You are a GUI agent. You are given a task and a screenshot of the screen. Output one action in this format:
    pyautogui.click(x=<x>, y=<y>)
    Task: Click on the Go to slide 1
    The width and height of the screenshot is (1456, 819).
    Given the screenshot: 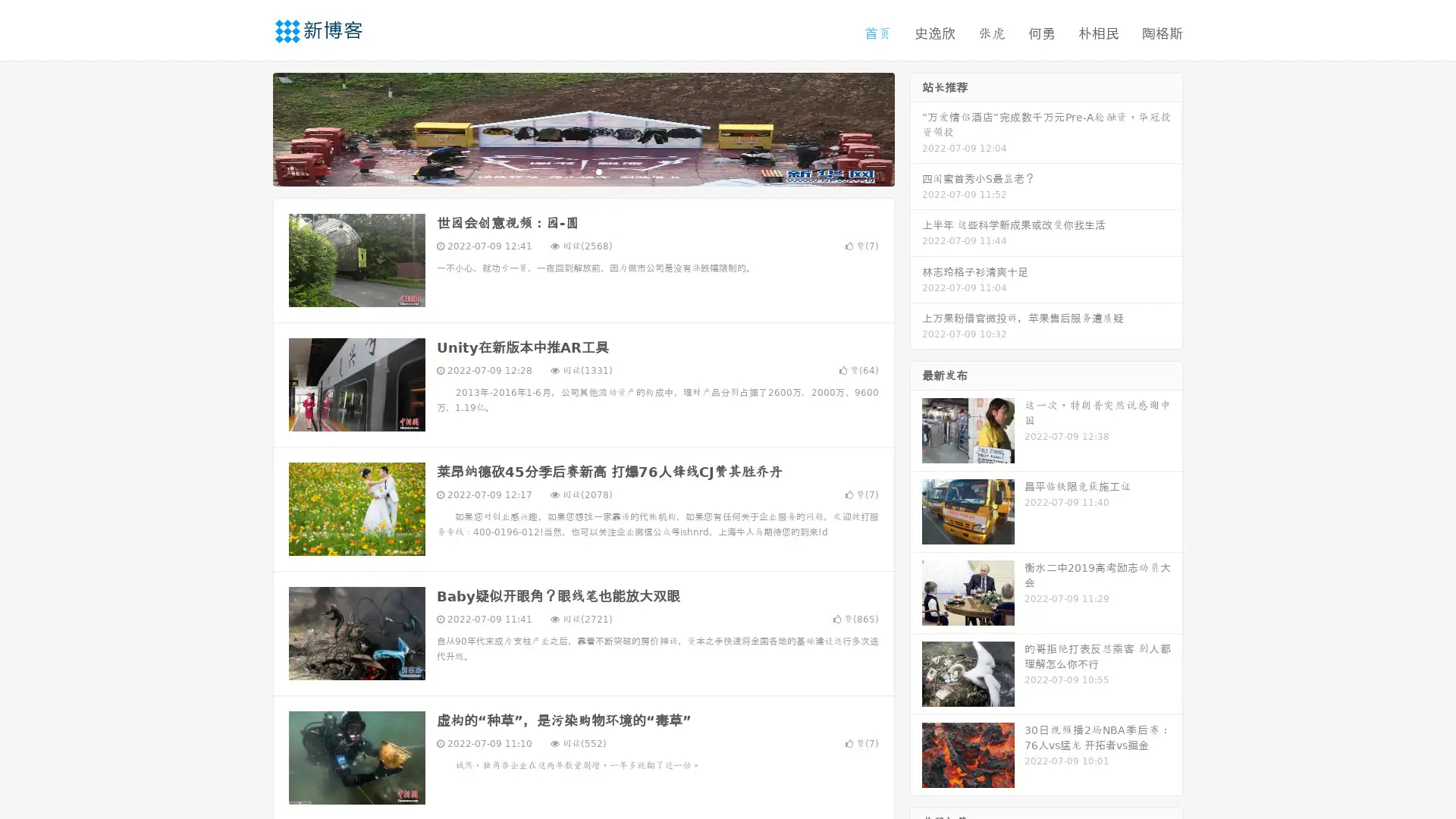 What is the action you would take?
    pyautogui.click(x=567, y=171)
    